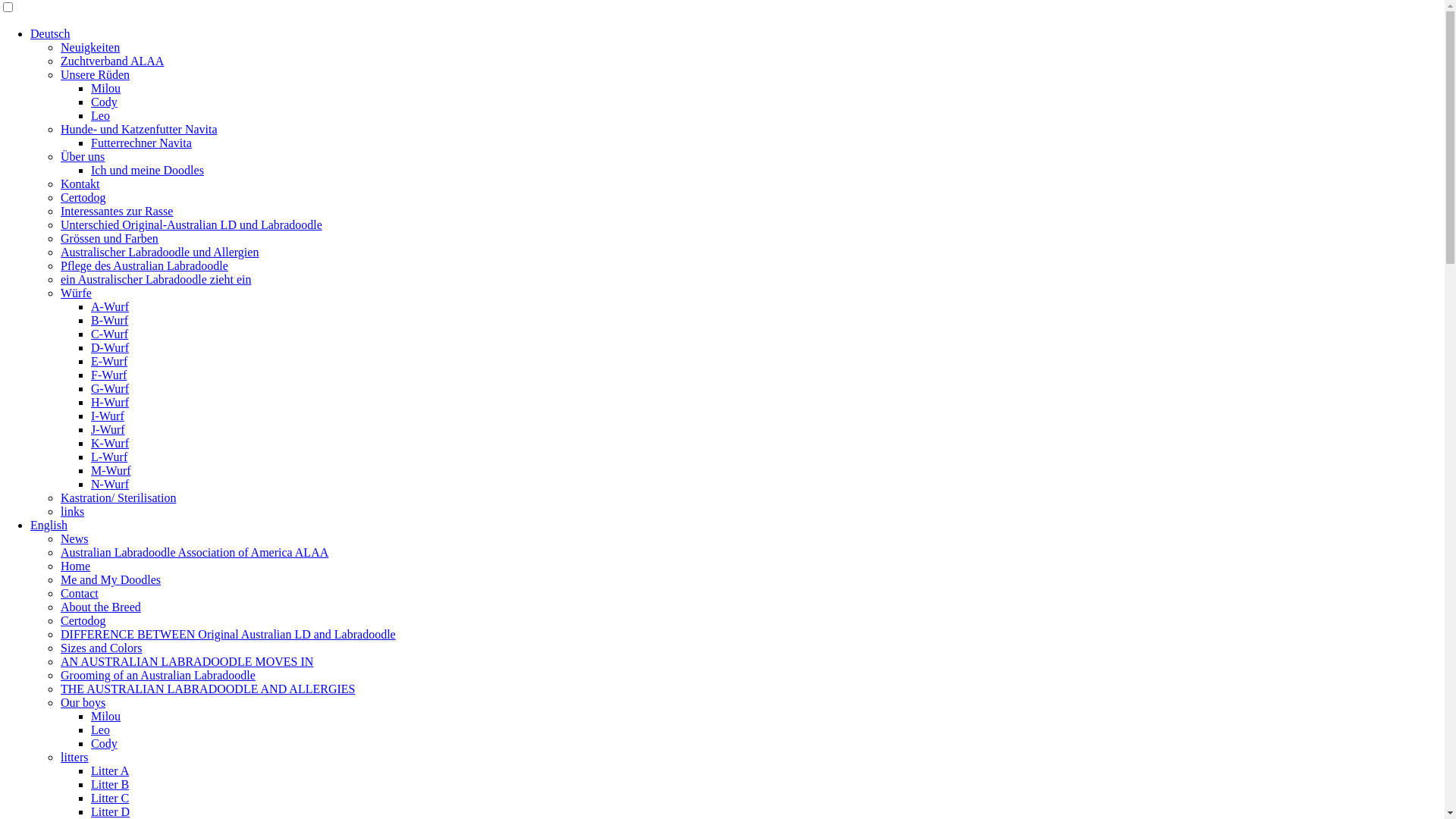 This screenshot has height=819, width=1456. What do you see at coordinates (30, 33) in the screenshot?
I see `'Deutsch'` at bounding box center [30, 33].